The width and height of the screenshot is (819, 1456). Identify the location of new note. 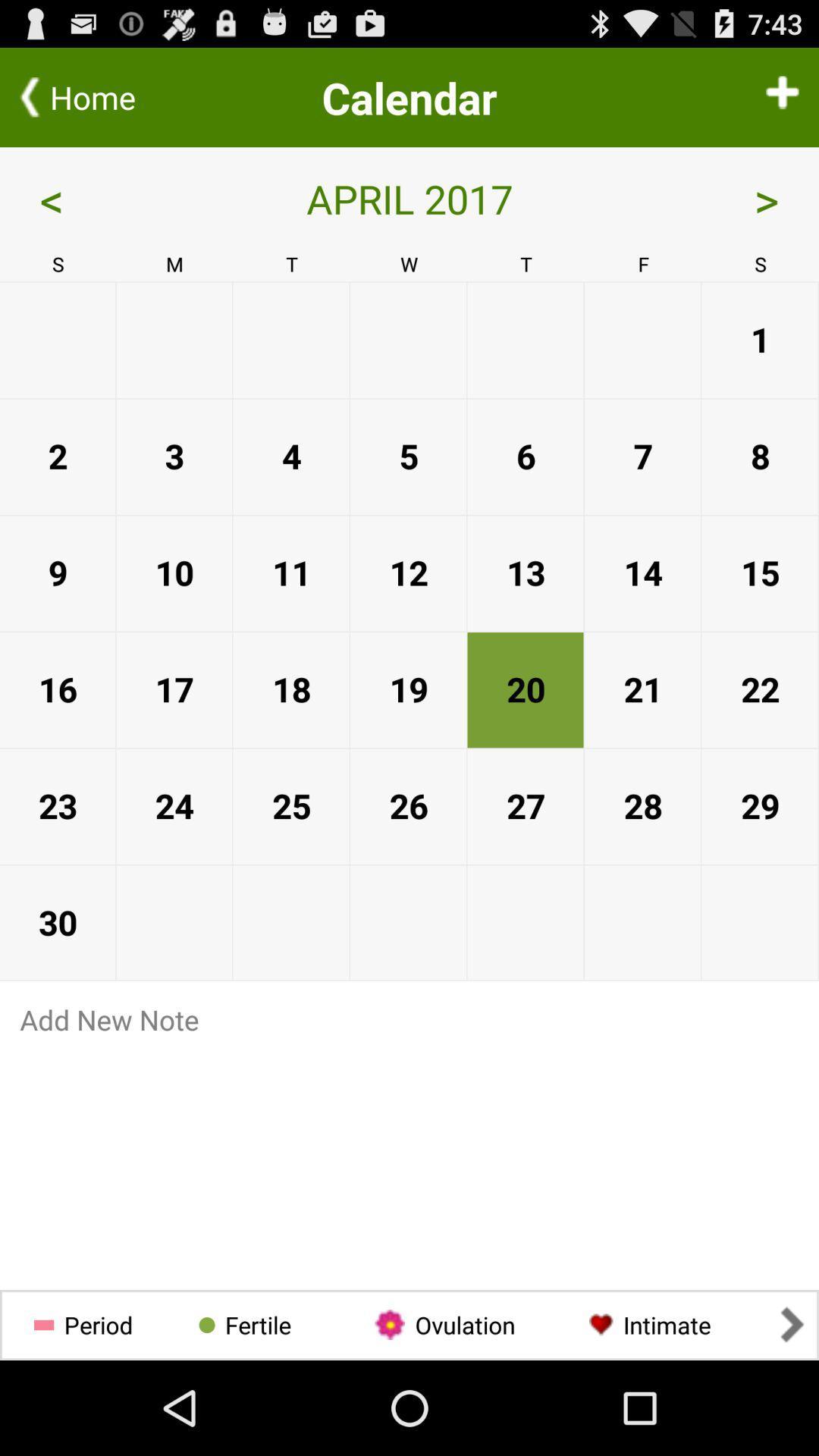
(409, 1019).